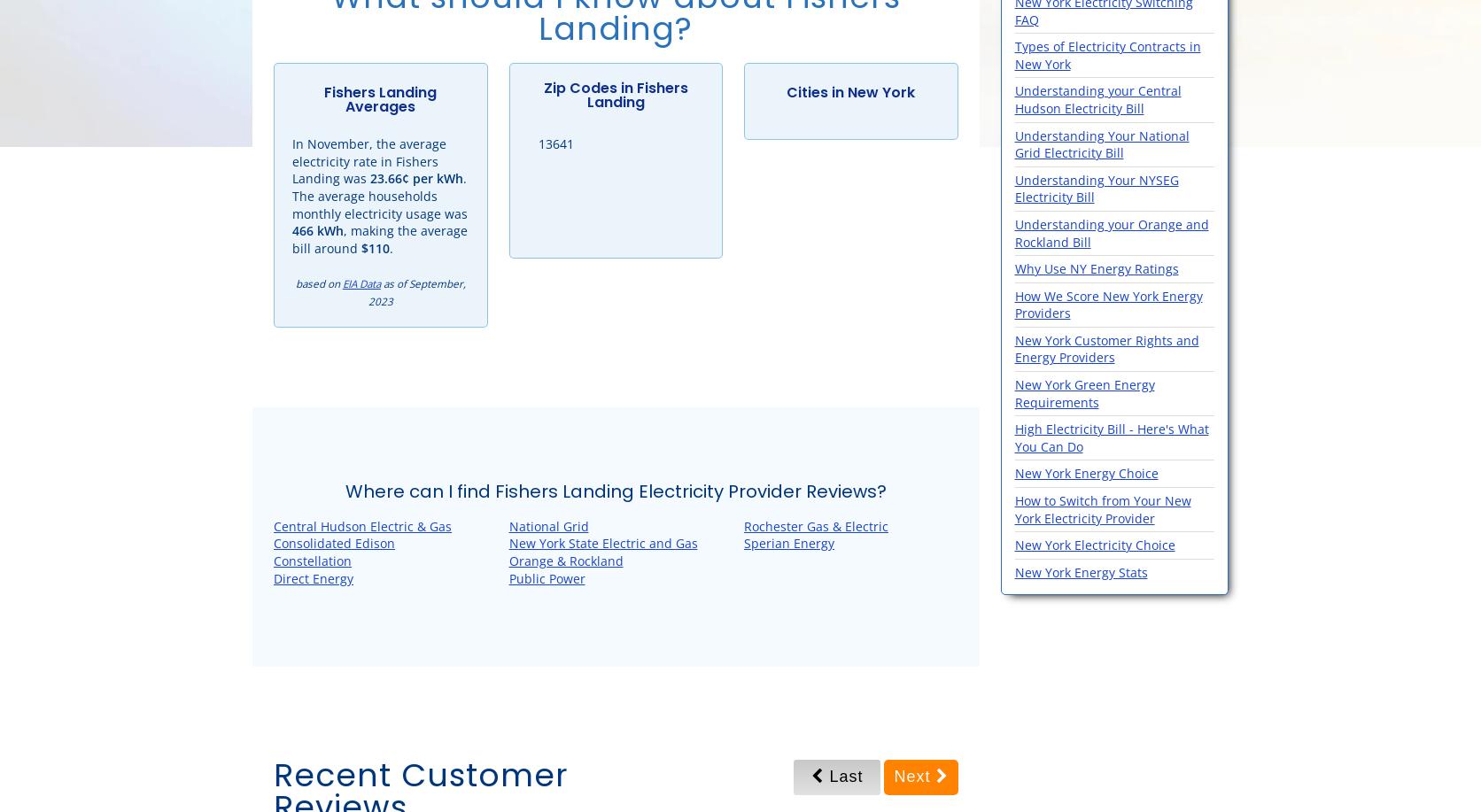 The width and height of the screenshot is (1481, 812). What do you see at coordinates (1111, 232) in the screenshot?
I see `'Understanding your Orange and Rockland Bill'` at bounding box center [1111, 232].